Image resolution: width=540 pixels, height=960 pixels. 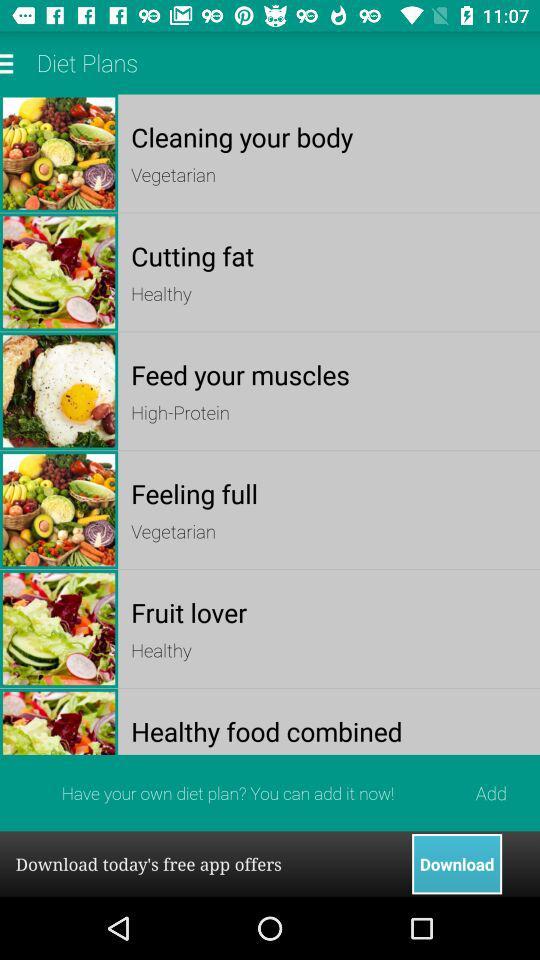 I want to click on high-protein app, so click(x=329, y=411).